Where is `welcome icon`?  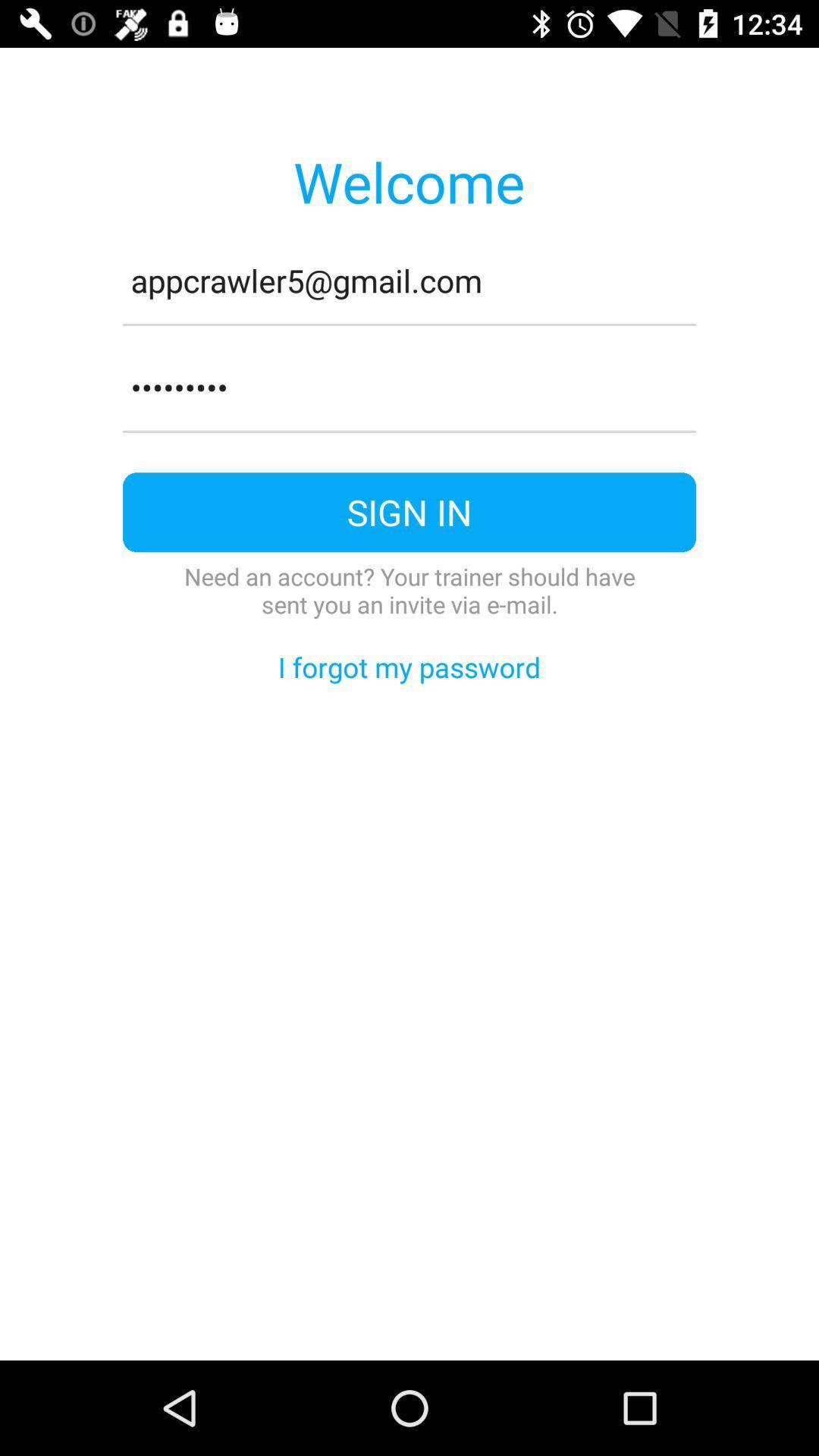 welcome icon is located at coordinates (408, 181).